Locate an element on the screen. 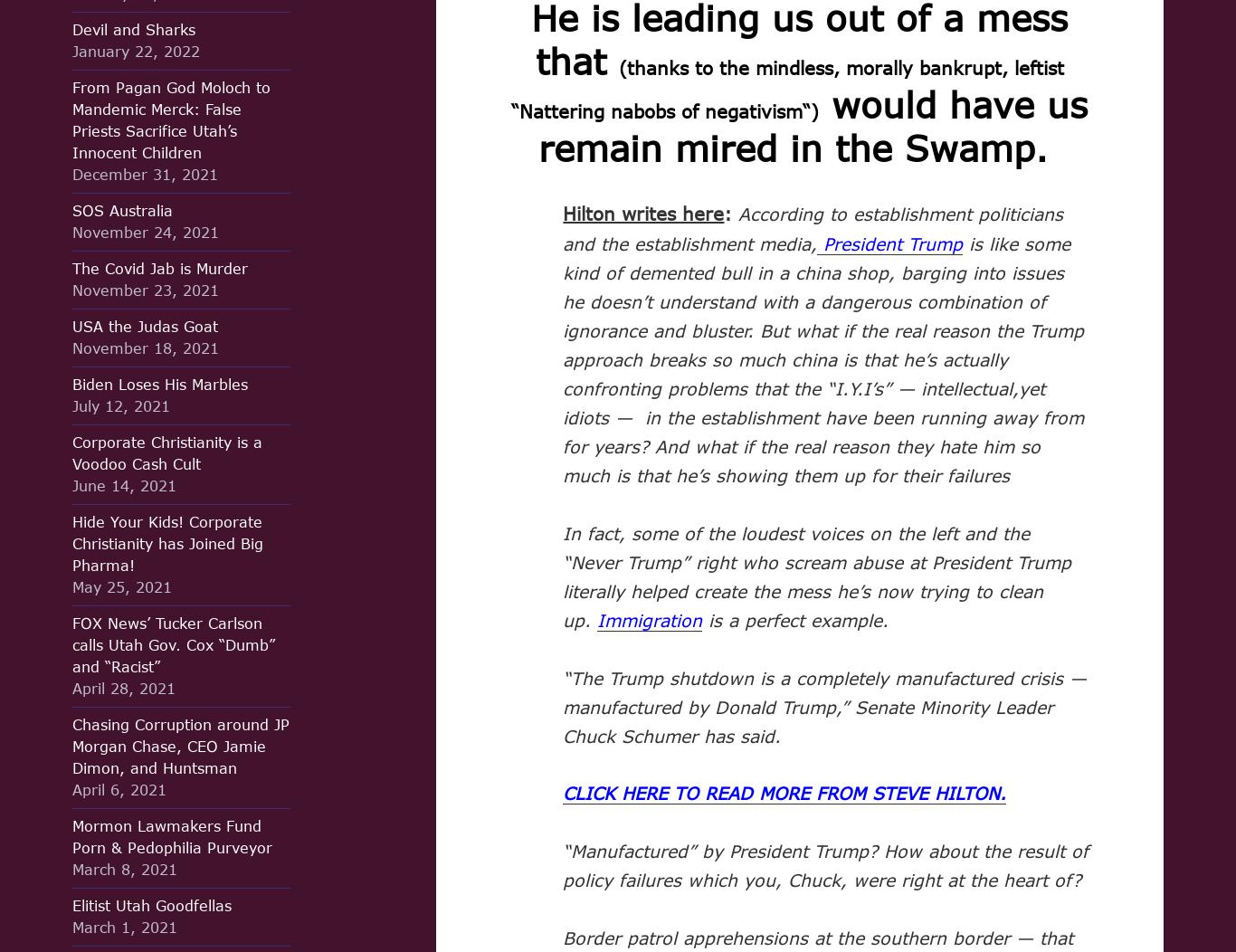 The height and width of the screenshot is (952, 1236). 'CLICK HERE TO READ MORE FROM STEVE HILTON.' is located at coordinates (784, 792).